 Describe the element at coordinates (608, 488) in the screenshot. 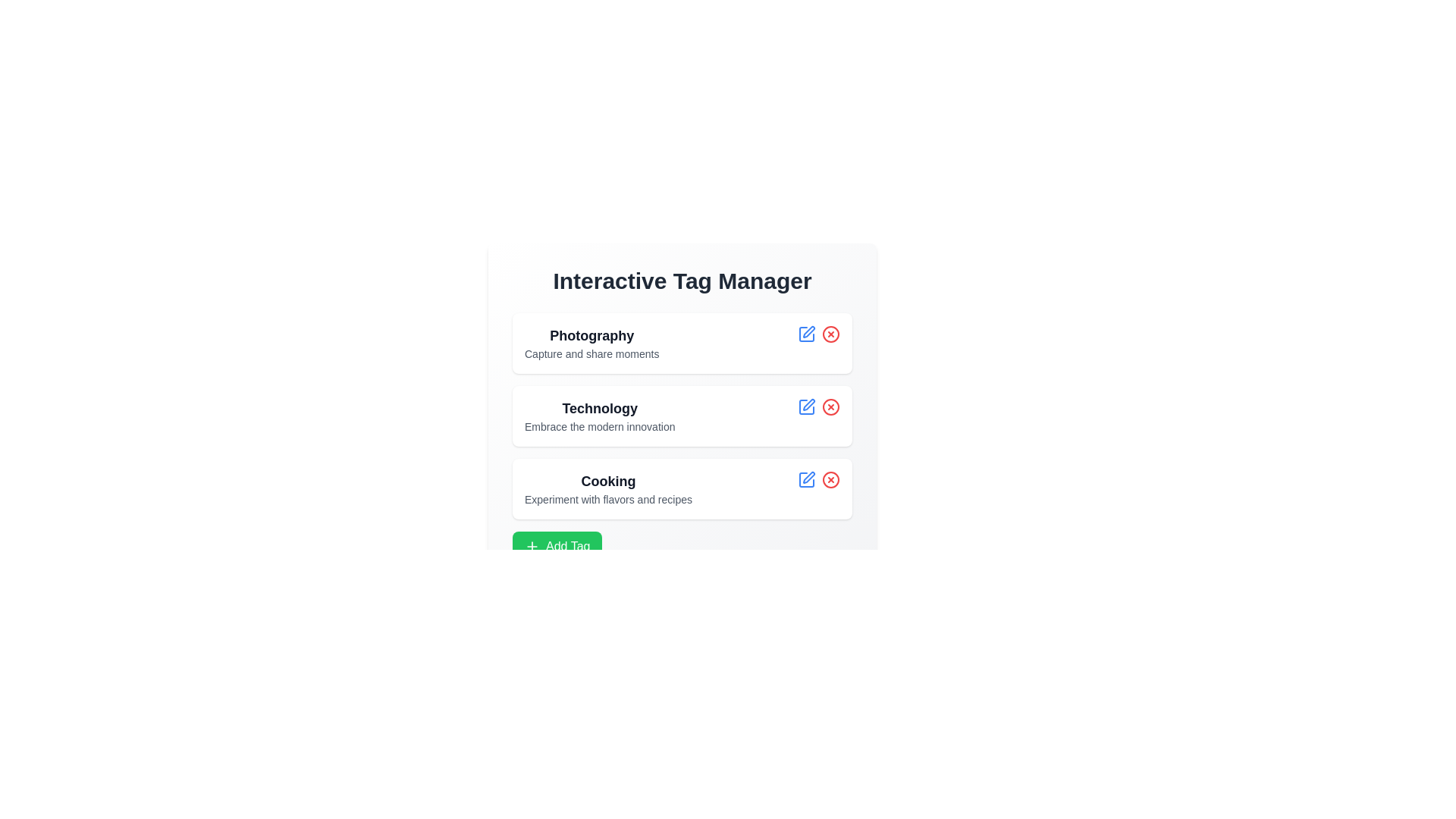

I see `the Text Block titled 'Cooking', which describes the category with the text 'Experiment with flavors and recipes'` at that location.